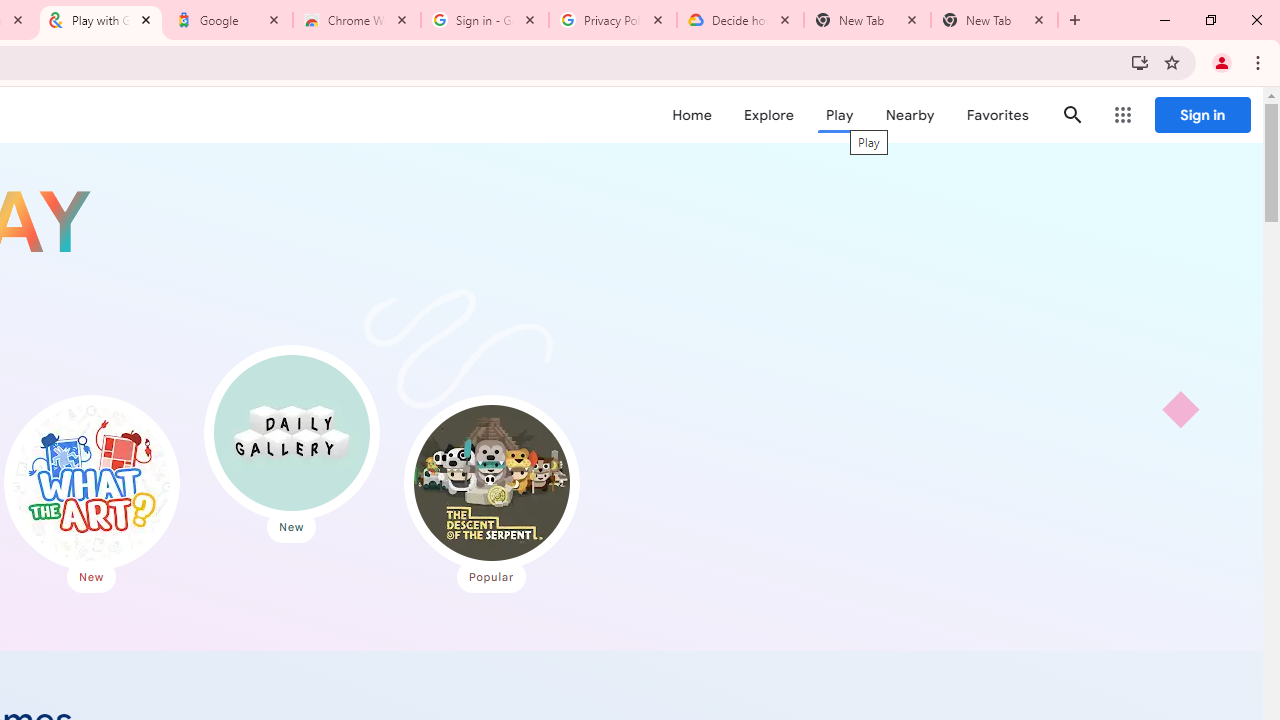  Describe the element at coordinates (90, 483) in the screenshot. I see `'What the Art?'` at that location.